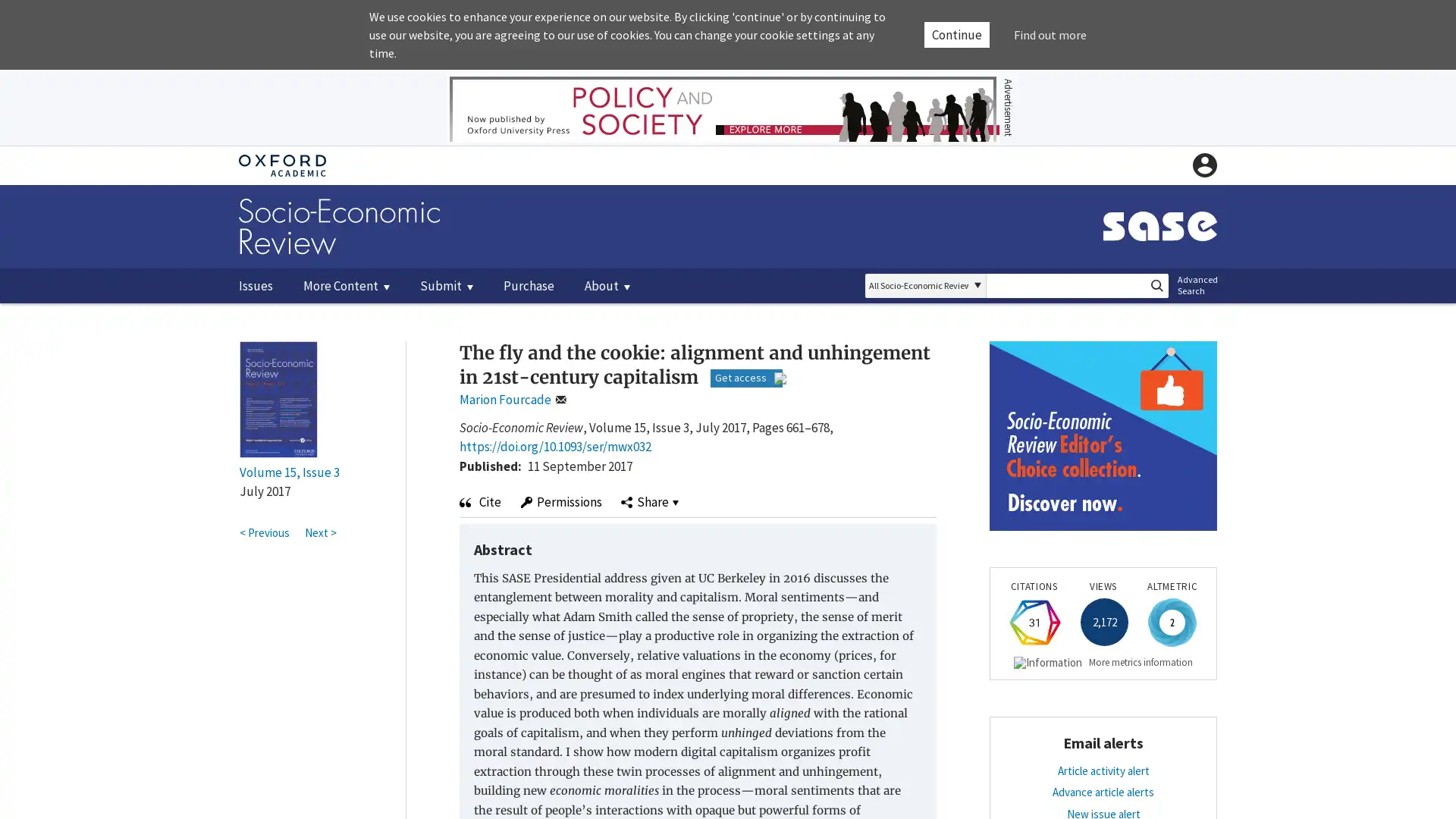  What do you see at coordinates (1103, 780) in the screenshot?
I see `Article activity alert` at bounding box center [1103, 780].